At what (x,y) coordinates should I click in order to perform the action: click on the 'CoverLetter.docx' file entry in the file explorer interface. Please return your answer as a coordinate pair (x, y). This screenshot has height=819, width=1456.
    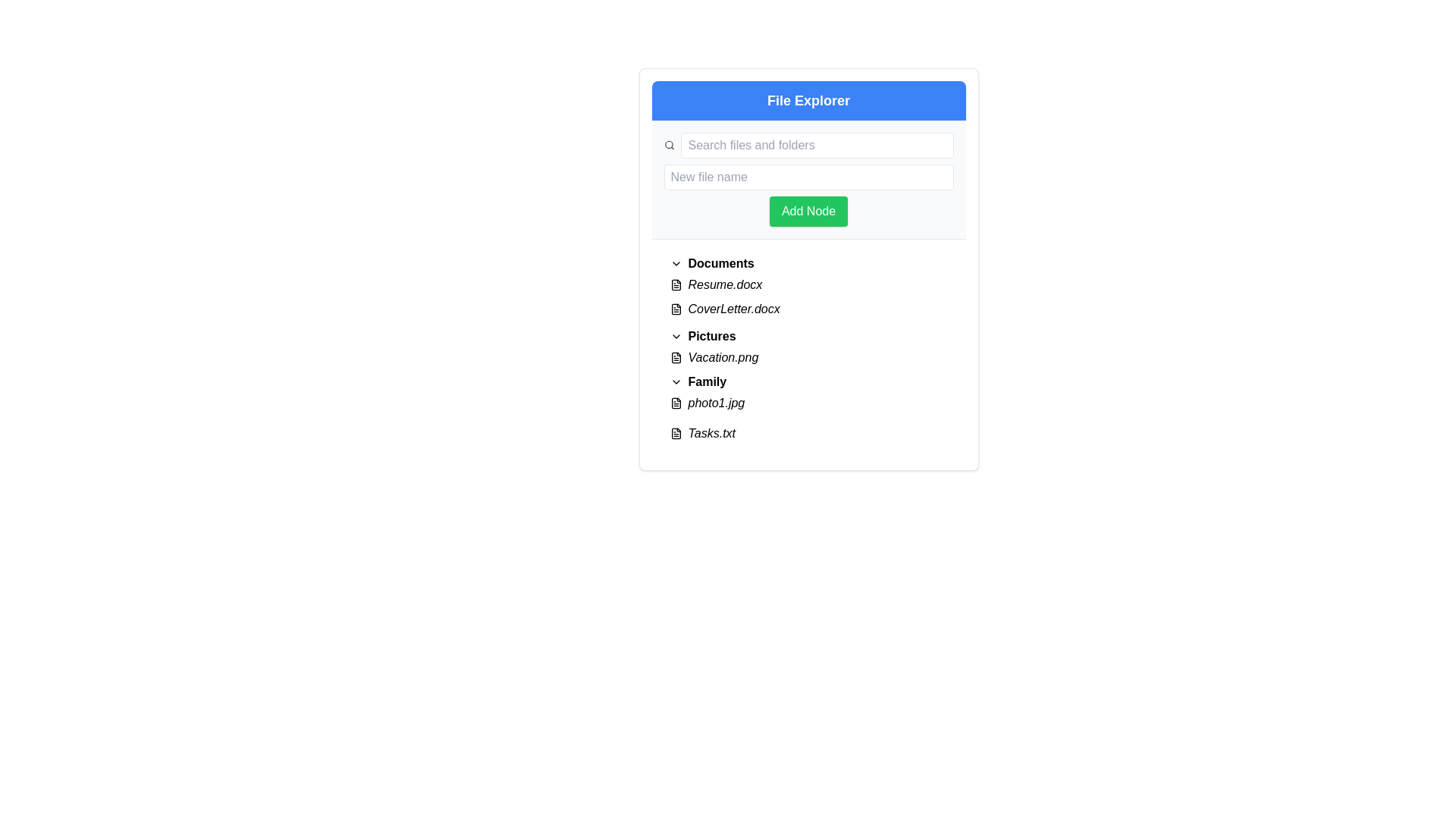
    Looking at the image, I should click on (808, 309).